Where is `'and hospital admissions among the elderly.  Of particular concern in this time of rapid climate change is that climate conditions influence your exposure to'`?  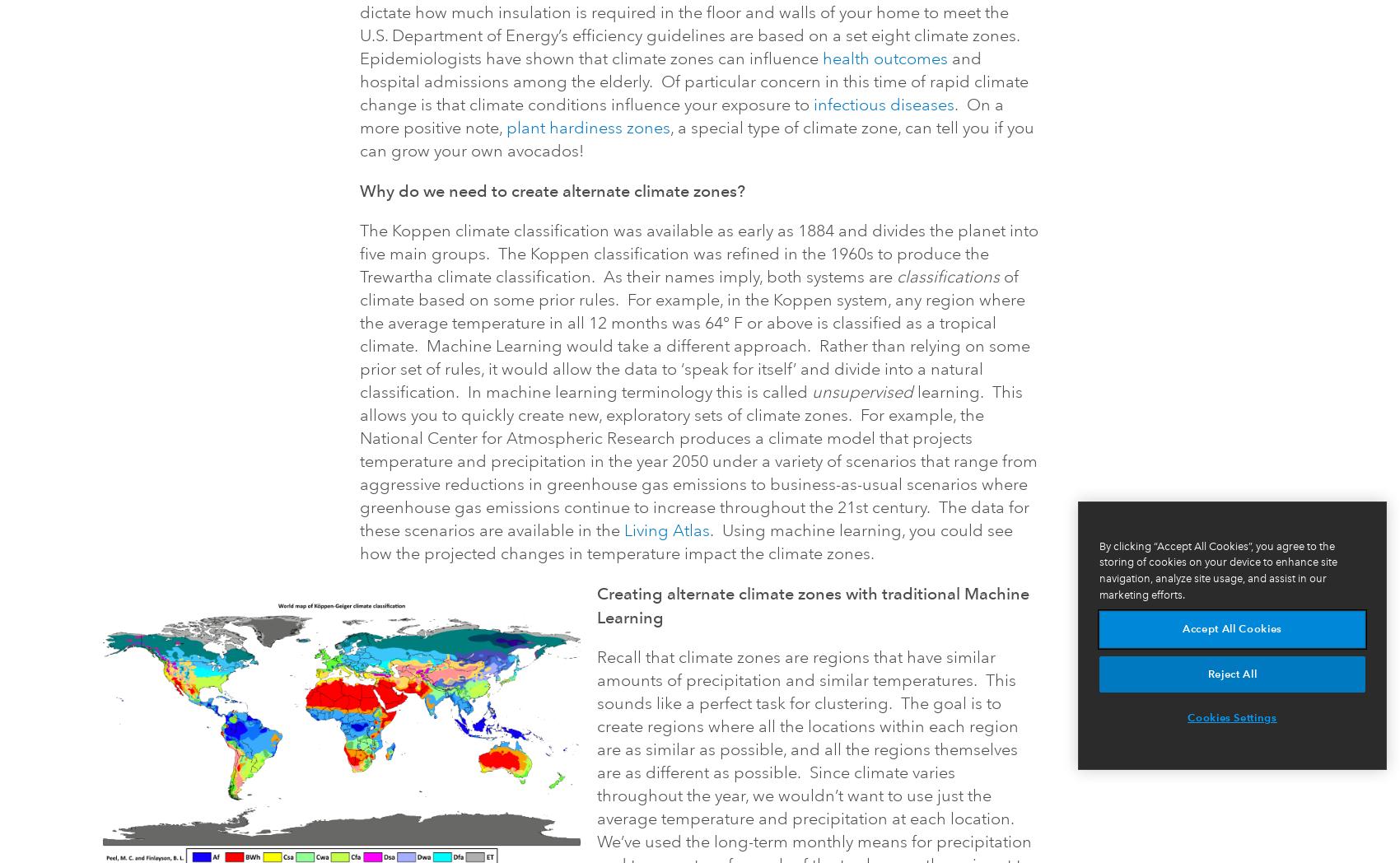 'and hospital admissions among the elderly.  Of particular concern in this time of rapid climate change is that climate conditions influence your exposure to' is located at coordinates (360, 81).